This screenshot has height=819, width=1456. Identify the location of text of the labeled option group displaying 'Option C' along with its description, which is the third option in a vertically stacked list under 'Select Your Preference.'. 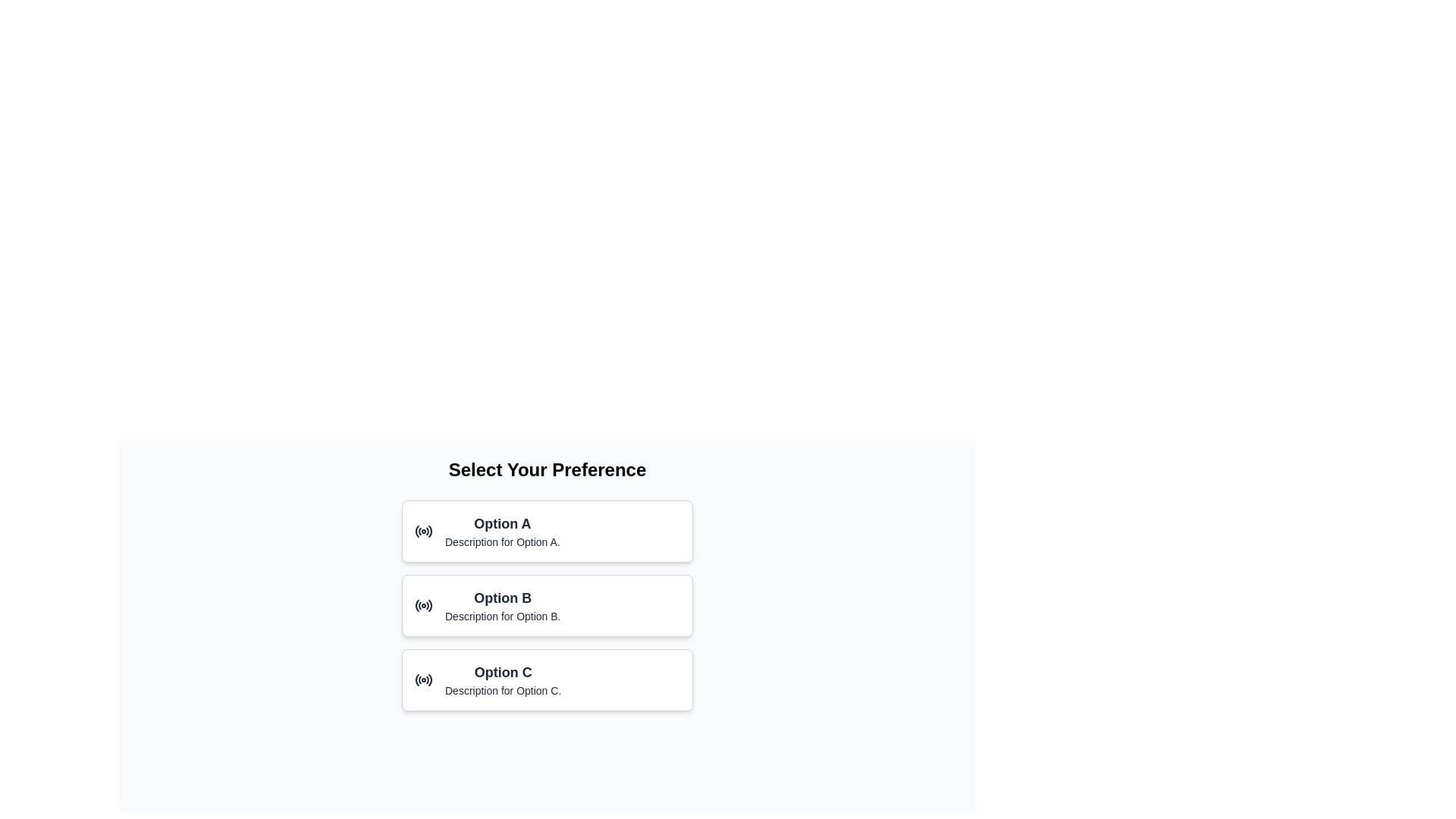
(503, 679).